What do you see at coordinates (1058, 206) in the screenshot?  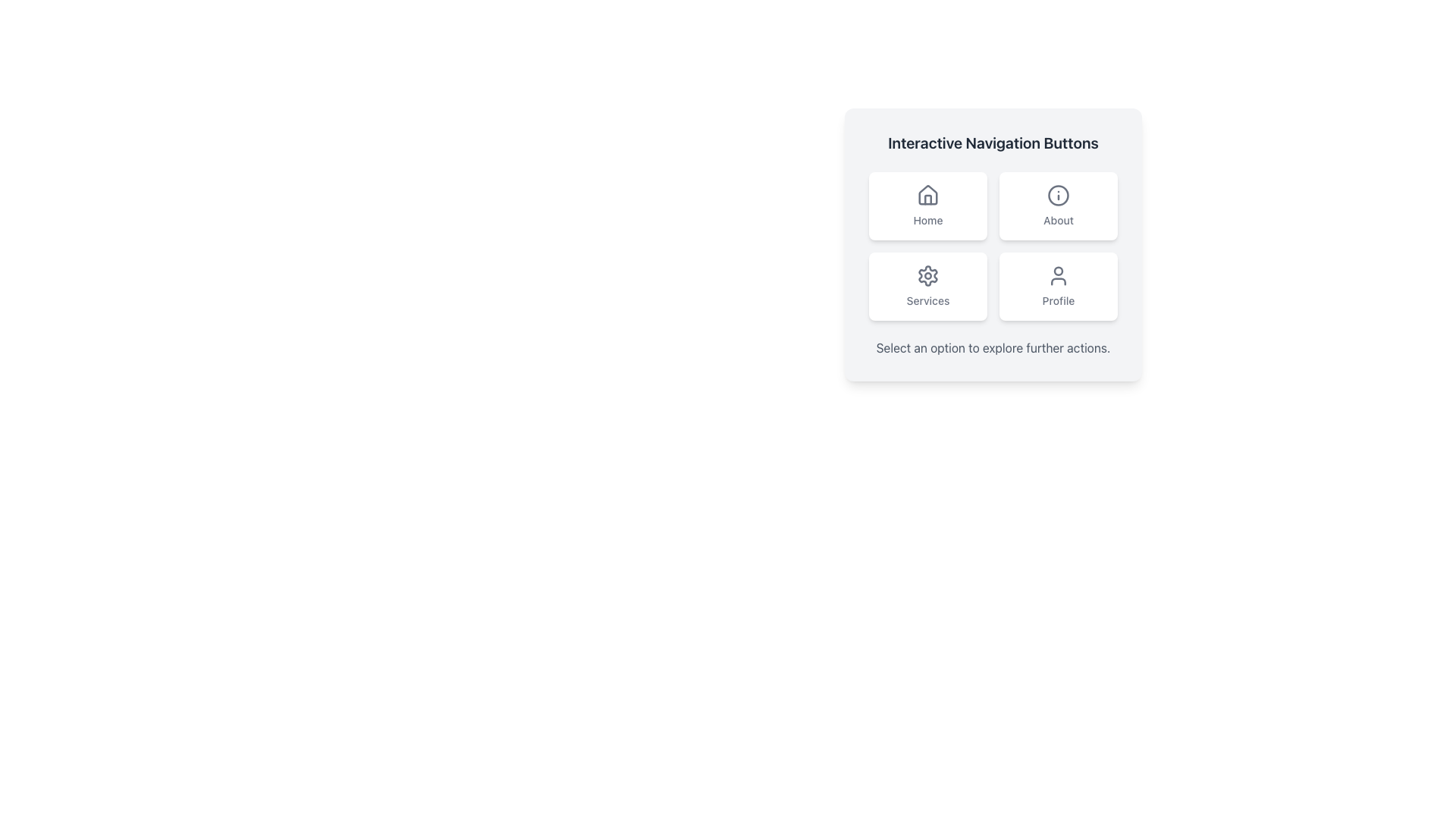 I see `the 'About' button with a white background and an information icon` at bounding box center [1058, 206].